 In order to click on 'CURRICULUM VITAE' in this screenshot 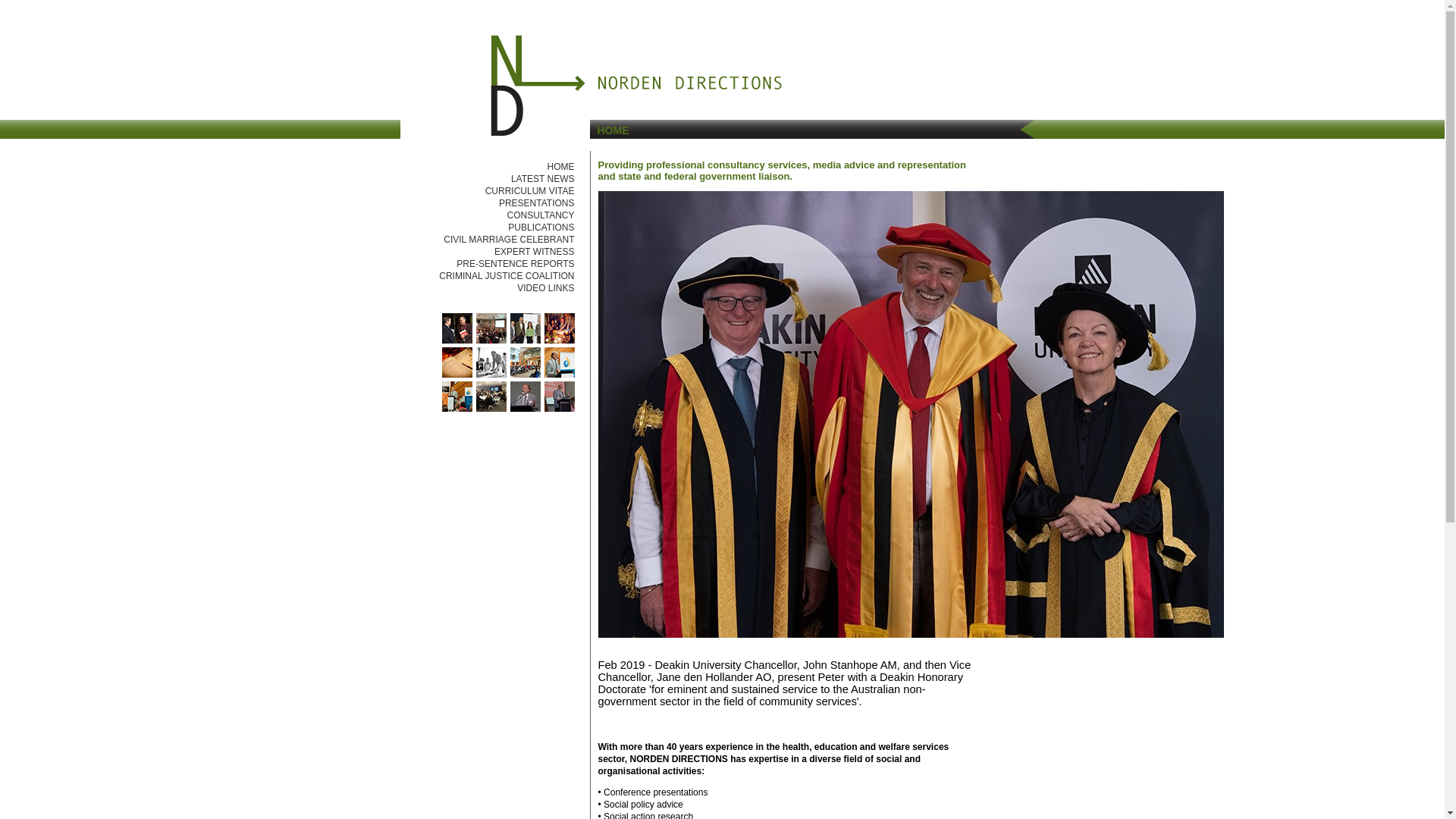, I will do `click(484, 190)`.